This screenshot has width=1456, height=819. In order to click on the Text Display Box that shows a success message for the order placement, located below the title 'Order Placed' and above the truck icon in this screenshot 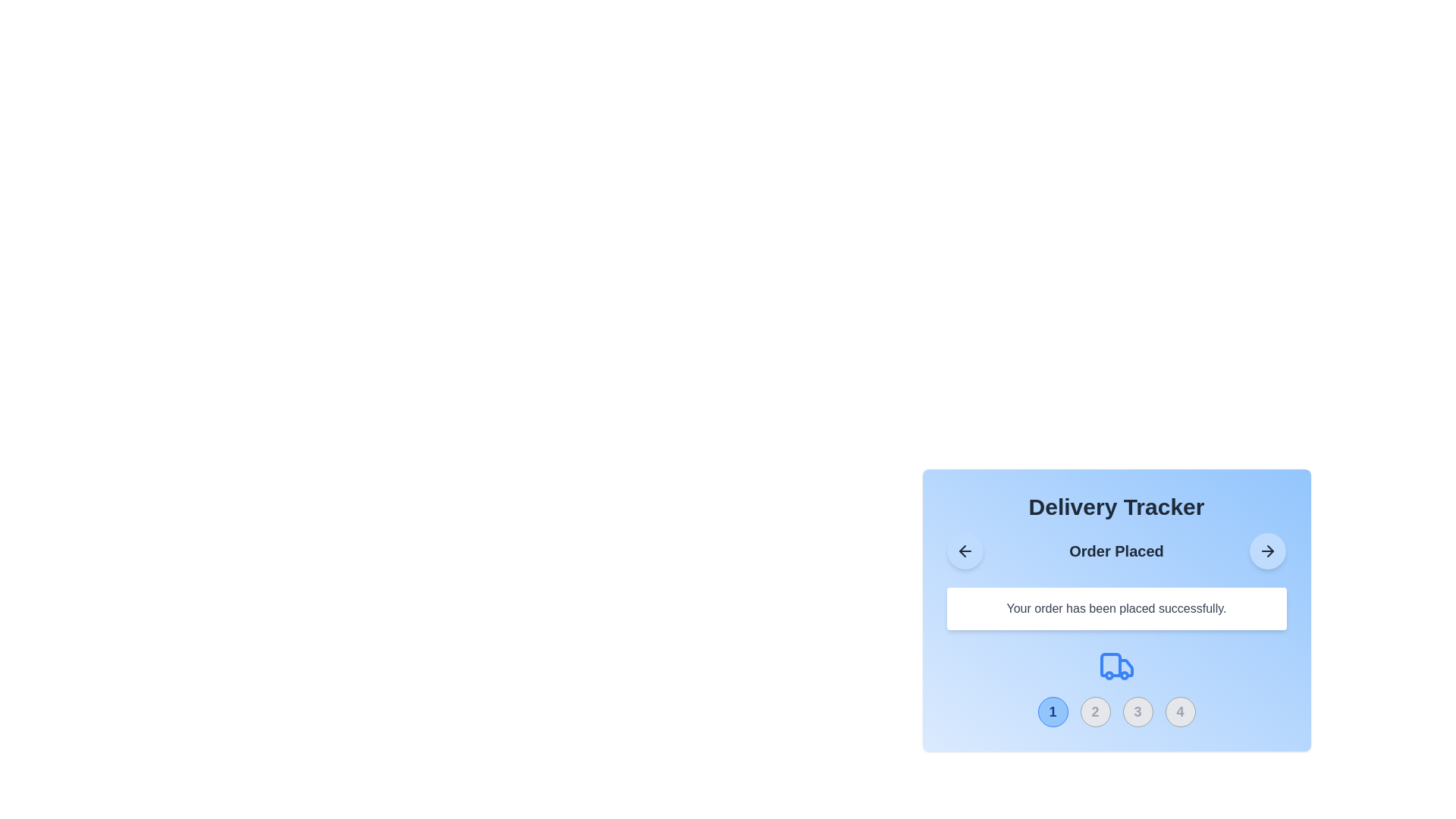, I will do `click(1116, 629)`.